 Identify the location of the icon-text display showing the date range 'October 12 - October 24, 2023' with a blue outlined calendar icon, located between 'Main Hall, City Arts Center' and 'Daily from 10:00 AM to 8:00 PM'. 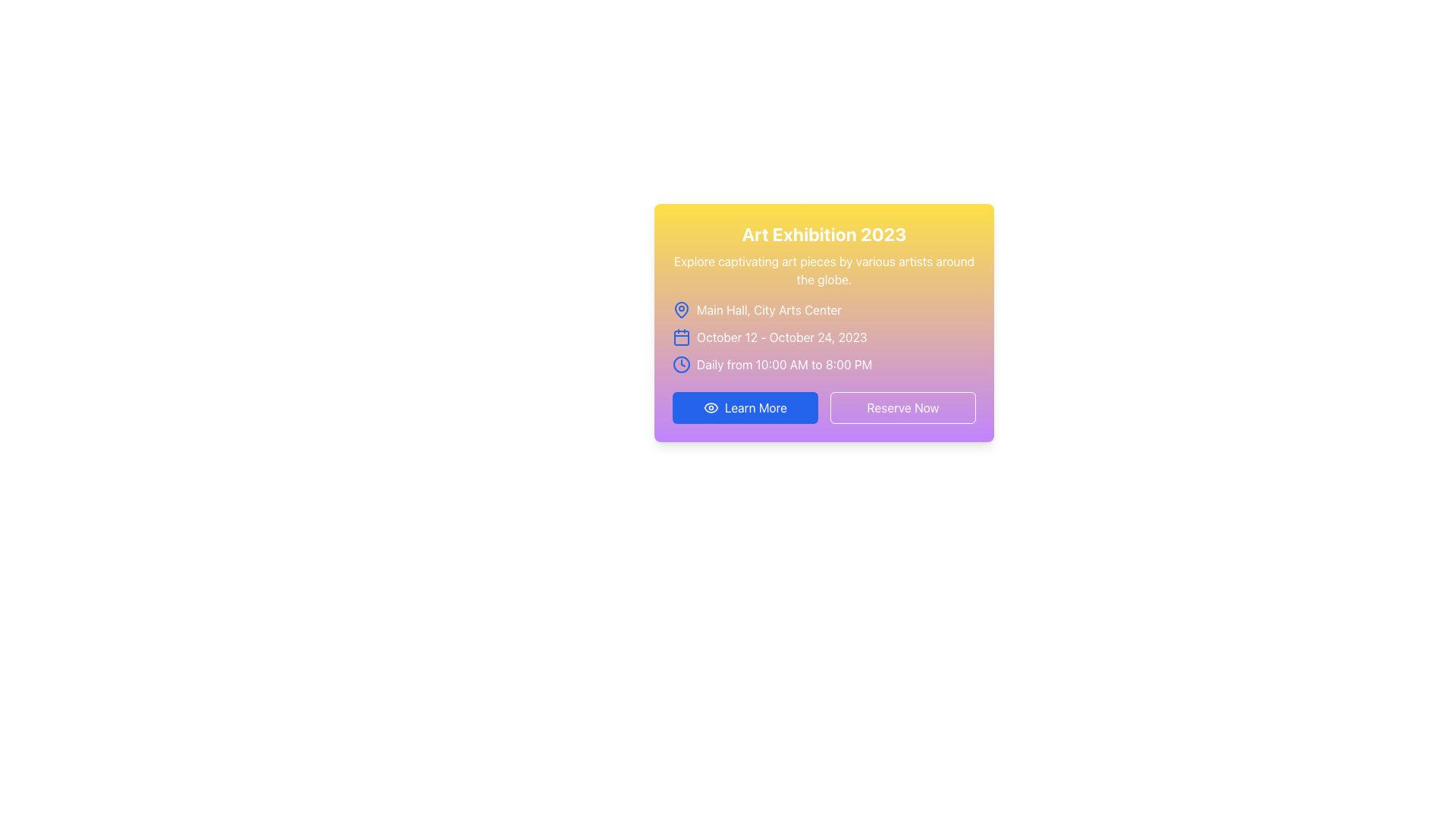
(823, 336).